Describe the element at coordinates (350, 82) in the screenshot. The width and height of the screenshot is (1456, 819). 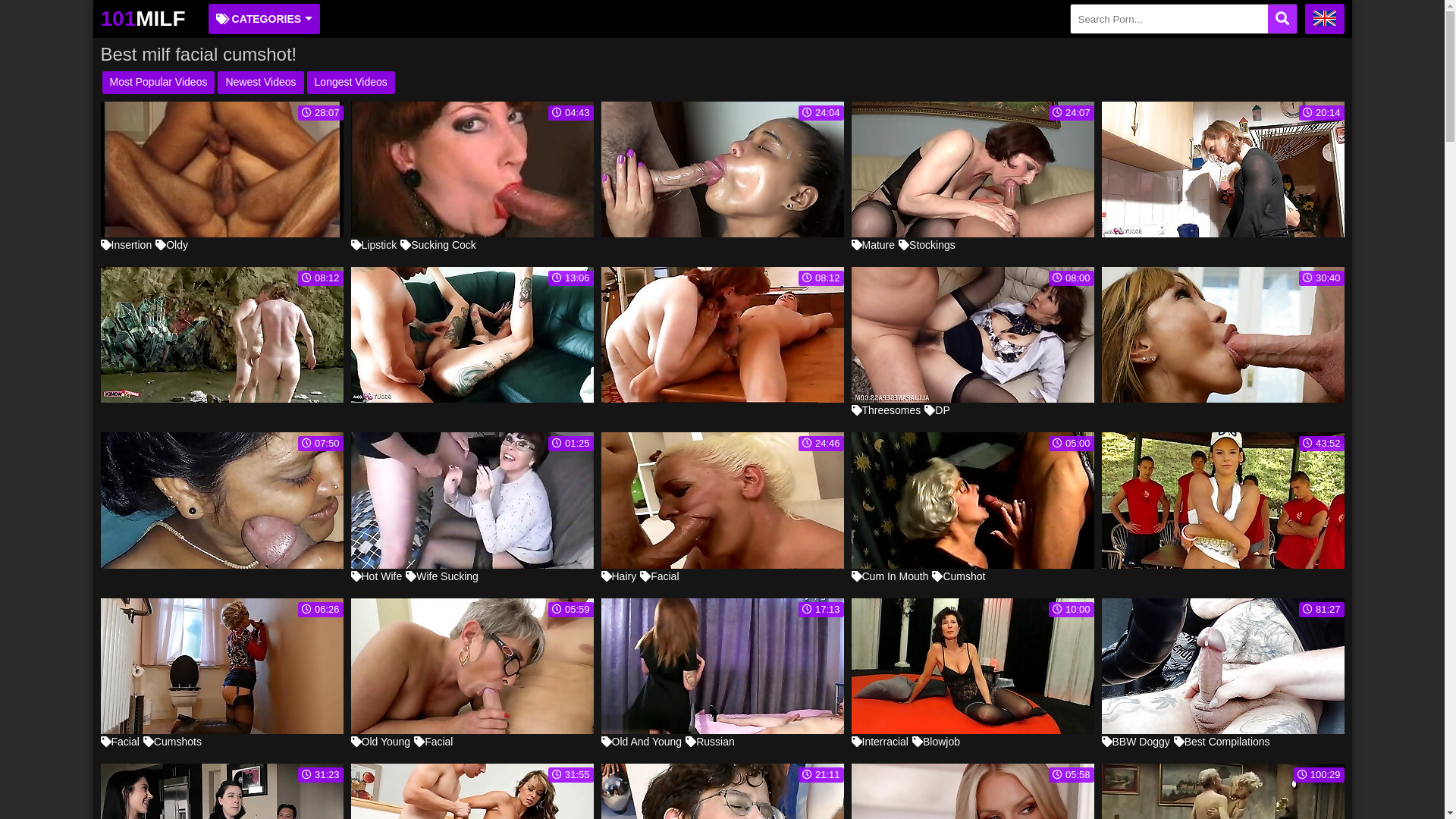
I see `'Longest Videos'` at that location.